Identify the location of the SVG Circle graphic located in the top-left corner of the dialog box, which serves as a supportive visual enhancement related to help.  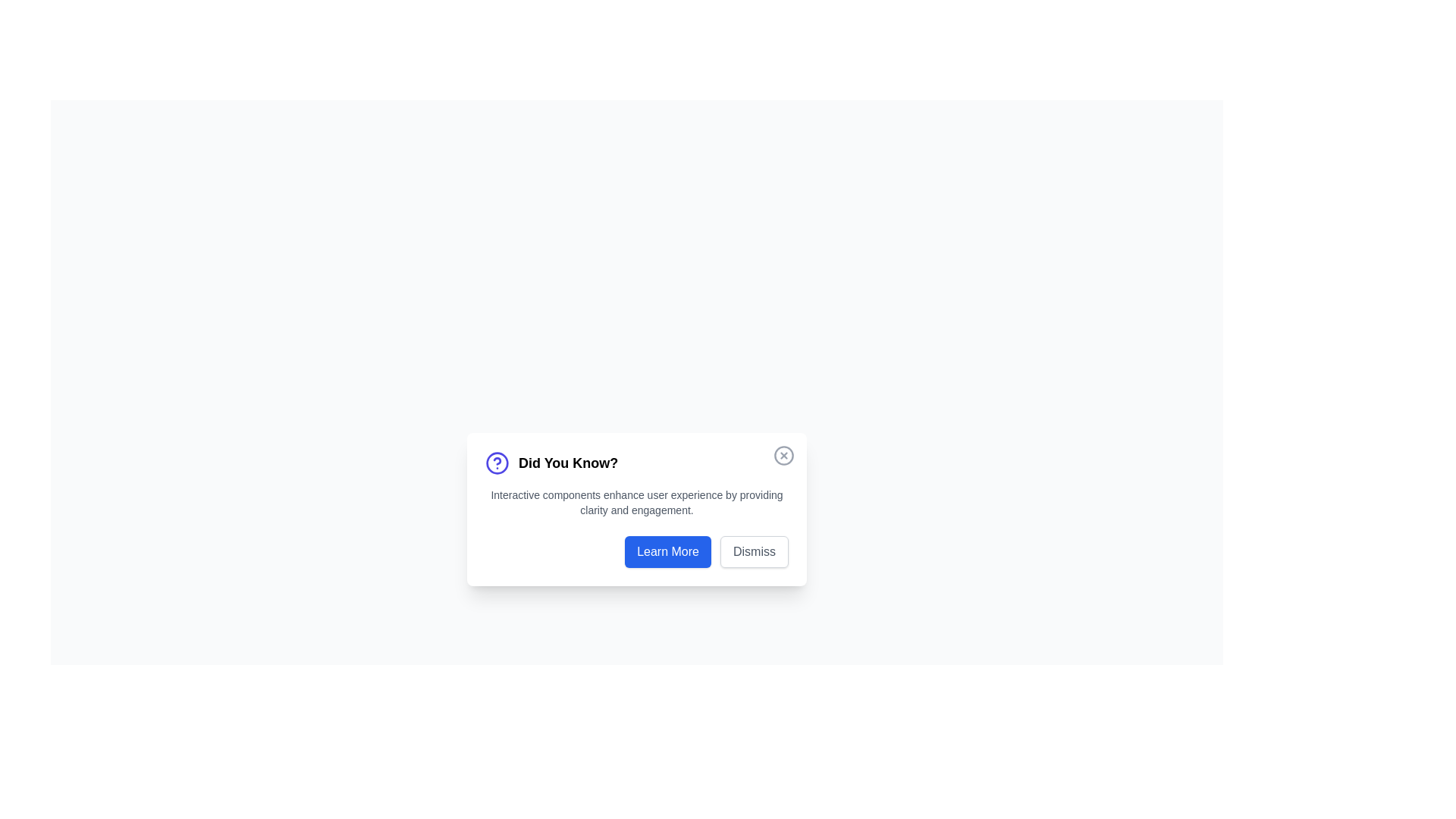
(497, 462).